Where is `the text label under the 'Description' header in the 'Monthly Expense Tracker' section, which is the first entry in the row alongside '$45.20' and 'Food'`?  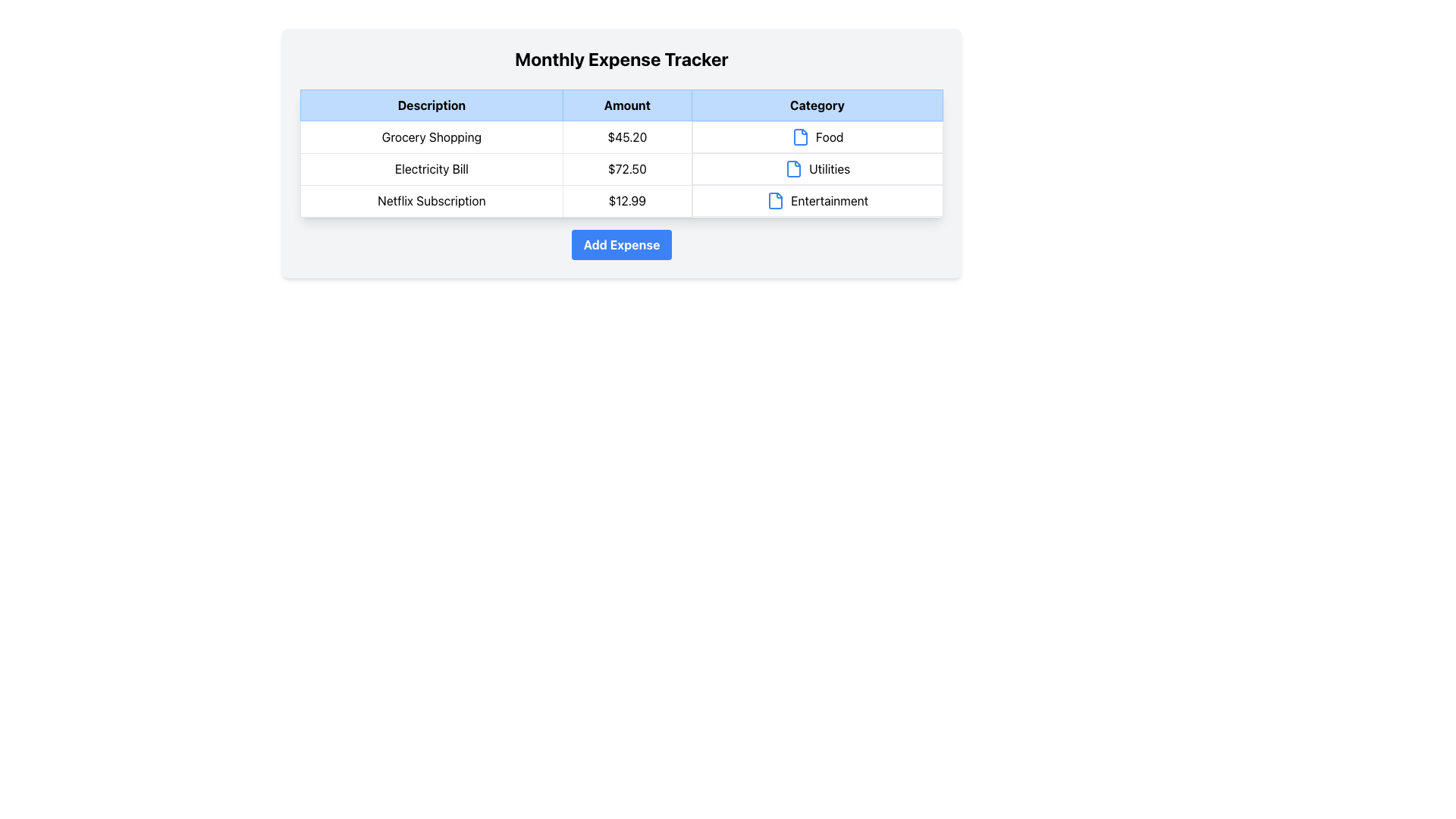
the text label under the 'Description' header in the 'Monthly Expense Tracker' section, which is the first entry in the row alongside '$45.20' and 'Food' is located at coordinates (431, 136).